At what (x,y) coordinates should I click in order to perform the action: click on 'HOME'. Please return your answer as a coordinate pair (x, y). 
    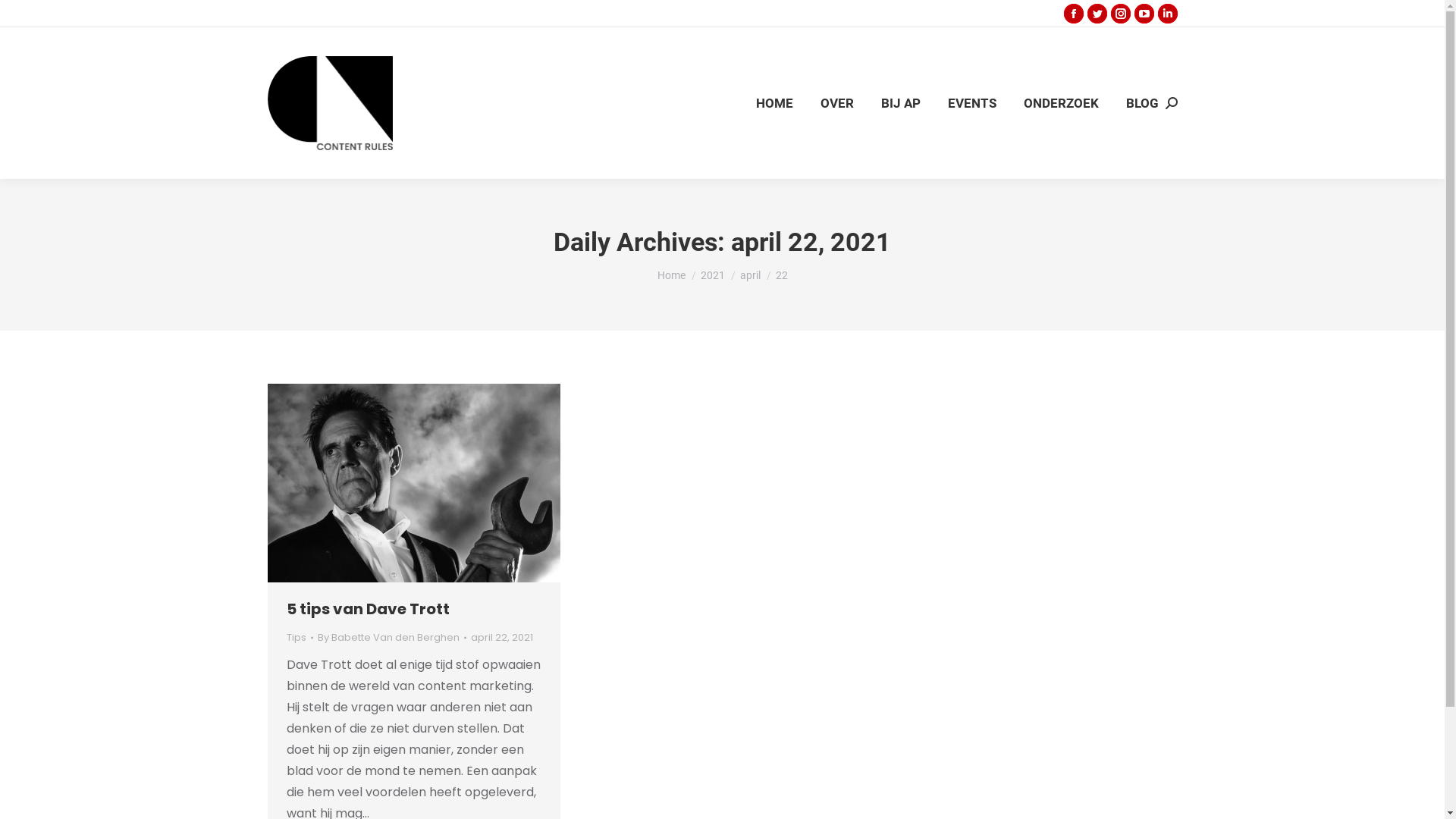
    Looking at the image, I should click on (773, 102).